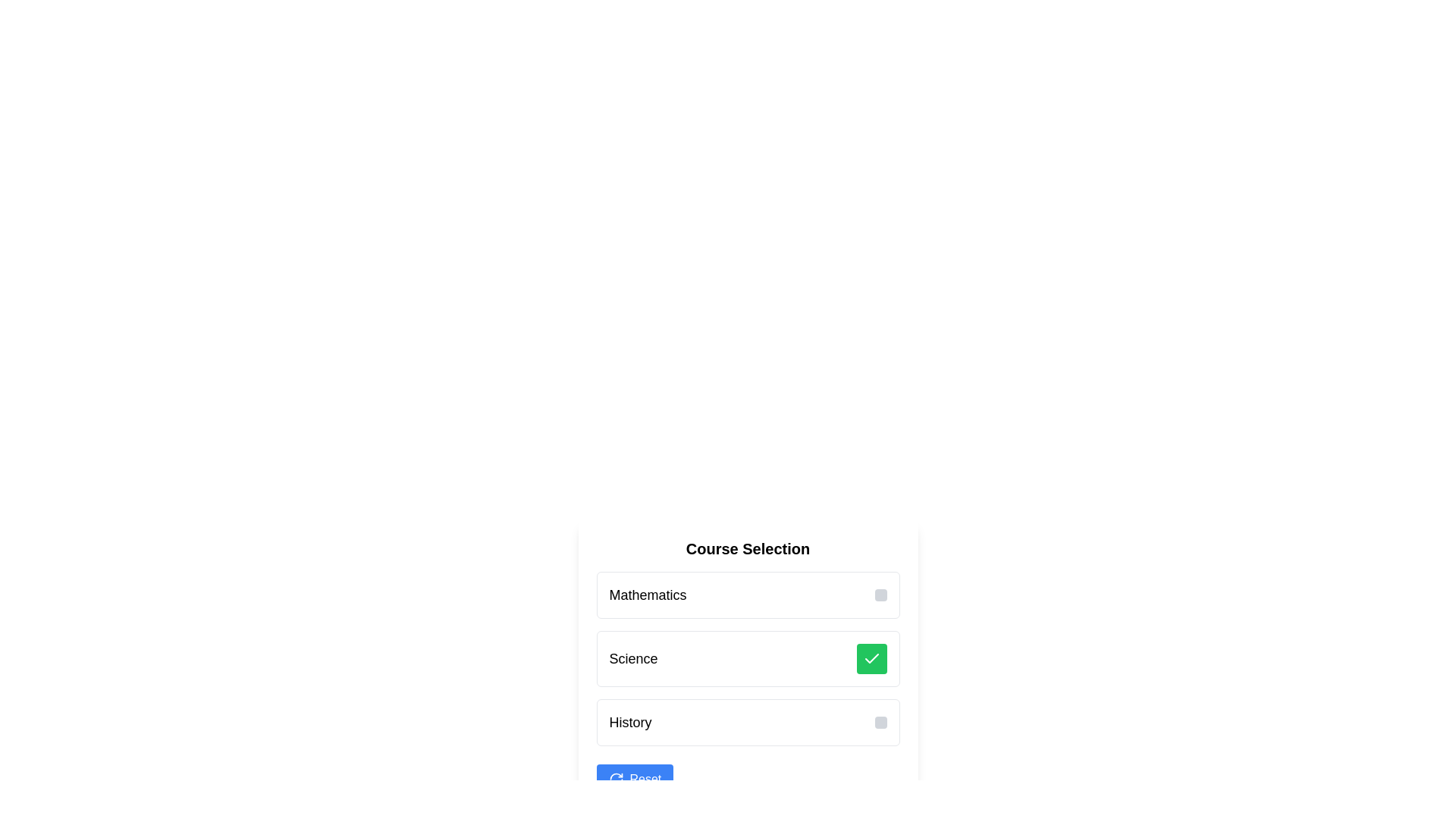 This screenshot has height=819, width=1456. What do you see at coordinates (635, 780) in the screenshot?
I see `the blue rectangular button labeled 'Reset' with an icon of two circular arrows to observe the visual feedback of its background color change` at bounding box center [635, 780].